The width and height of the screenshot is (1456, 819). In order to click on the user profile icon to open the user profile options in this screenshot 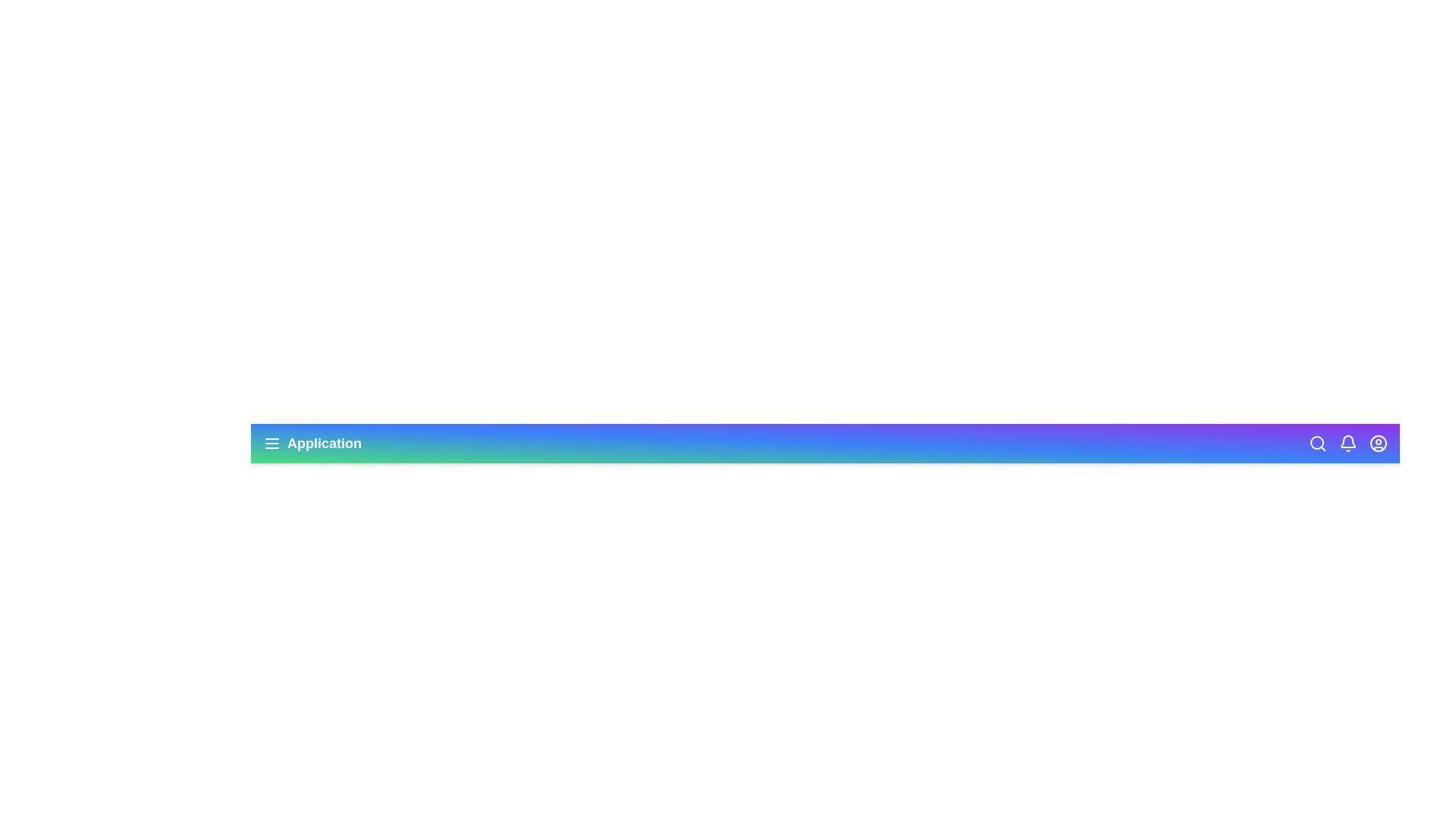, I will do `click(1379, 444)`.